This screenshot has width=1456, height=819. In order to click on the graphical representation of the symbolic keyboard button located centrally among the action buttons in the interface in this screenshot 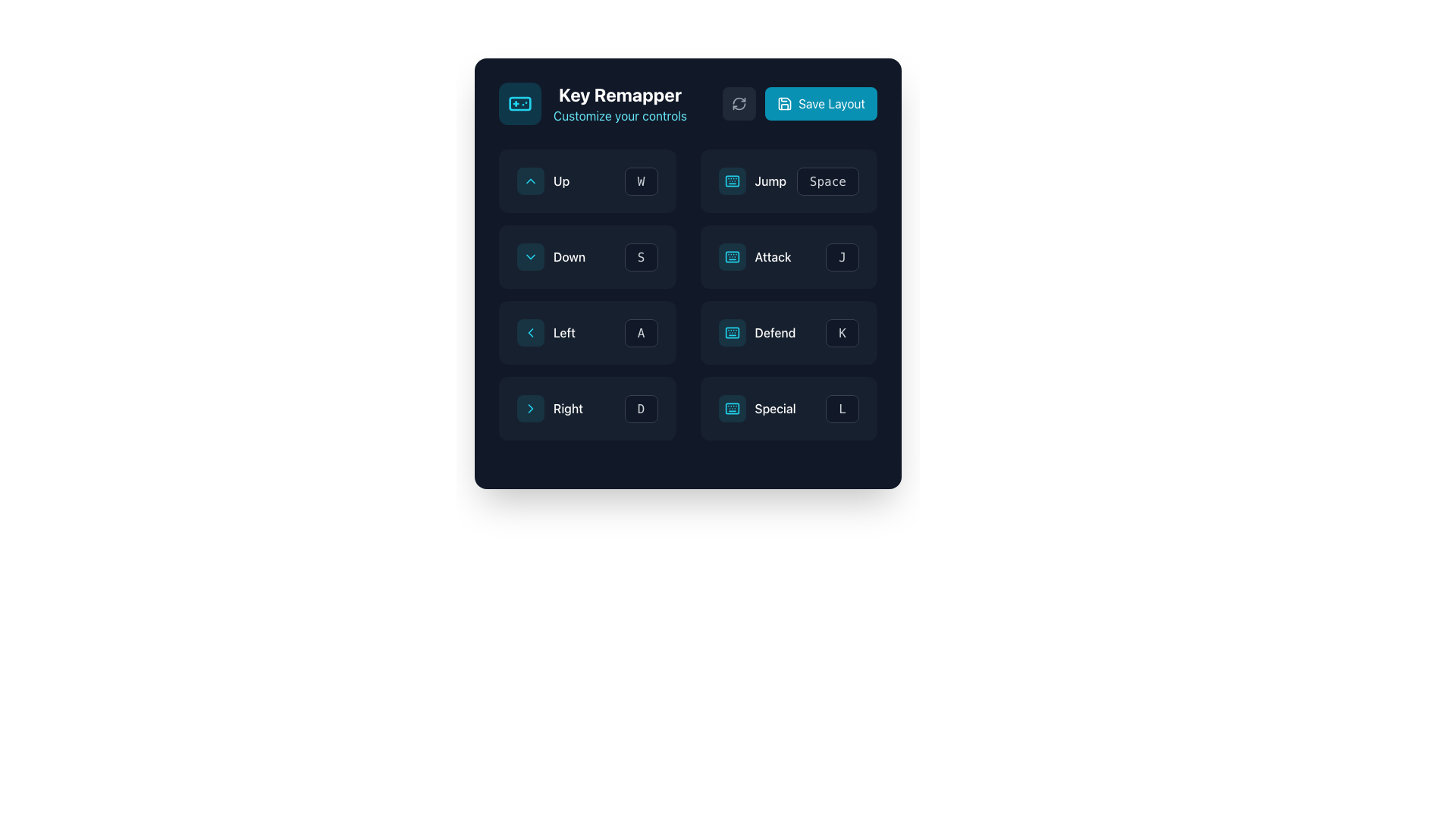, I will do `click(732, 408)`.